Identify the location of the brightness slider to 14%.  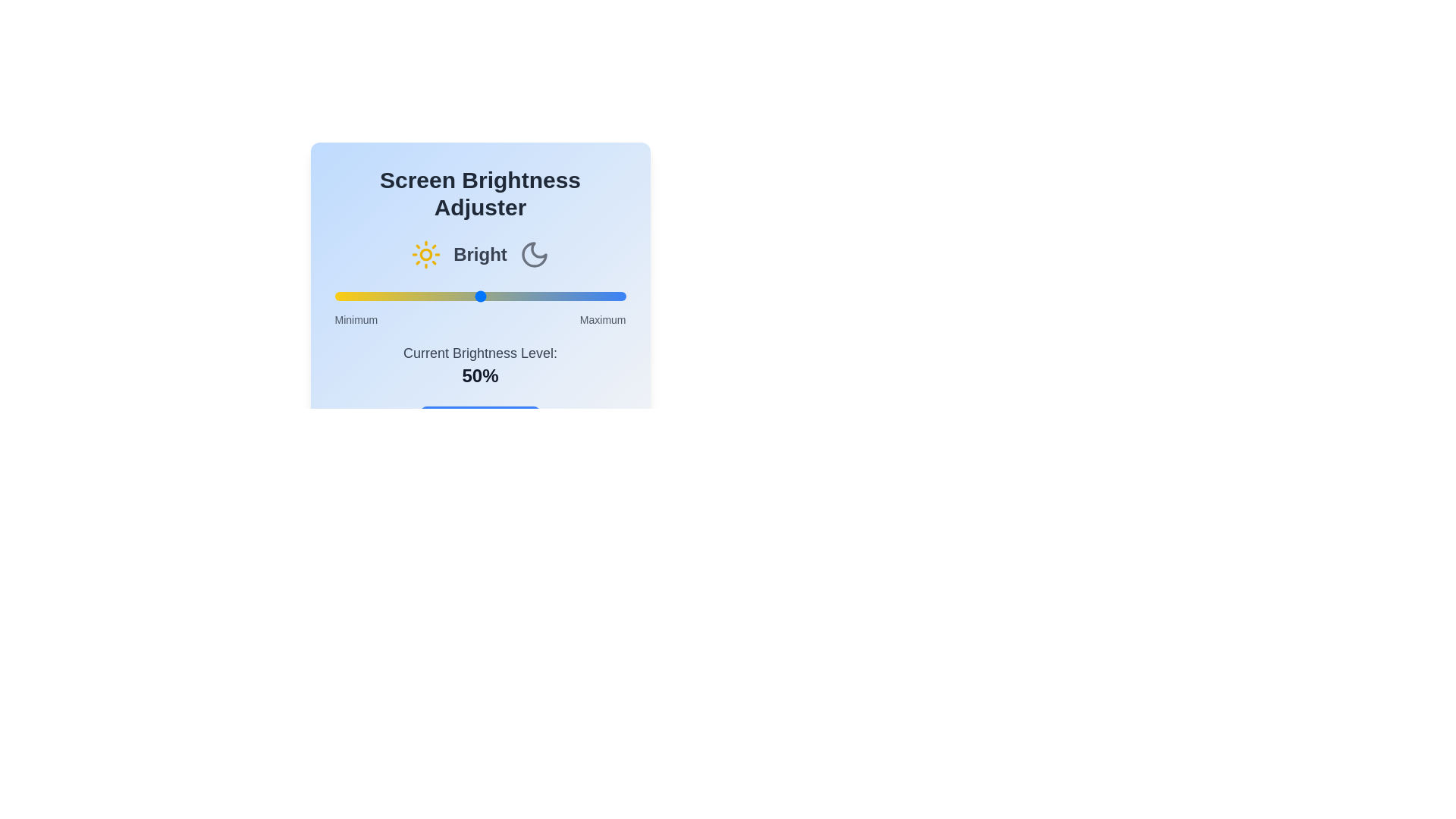
(375, 296).